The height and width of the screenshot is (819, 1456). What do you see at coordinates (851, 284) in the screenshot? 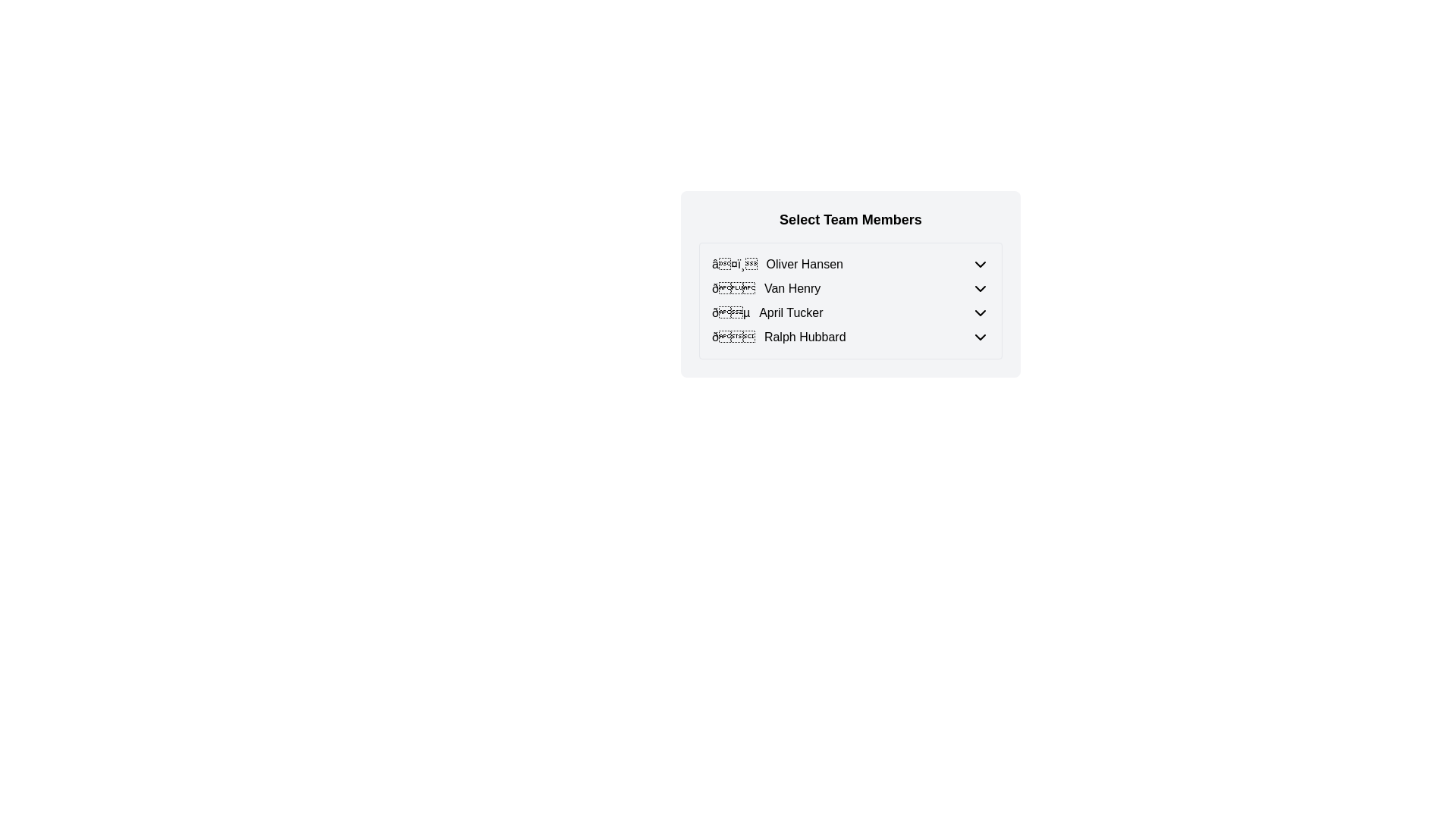
I see `the list item for 'Van Henry' to highlight or select the team member` at bounding box center [851, 284].